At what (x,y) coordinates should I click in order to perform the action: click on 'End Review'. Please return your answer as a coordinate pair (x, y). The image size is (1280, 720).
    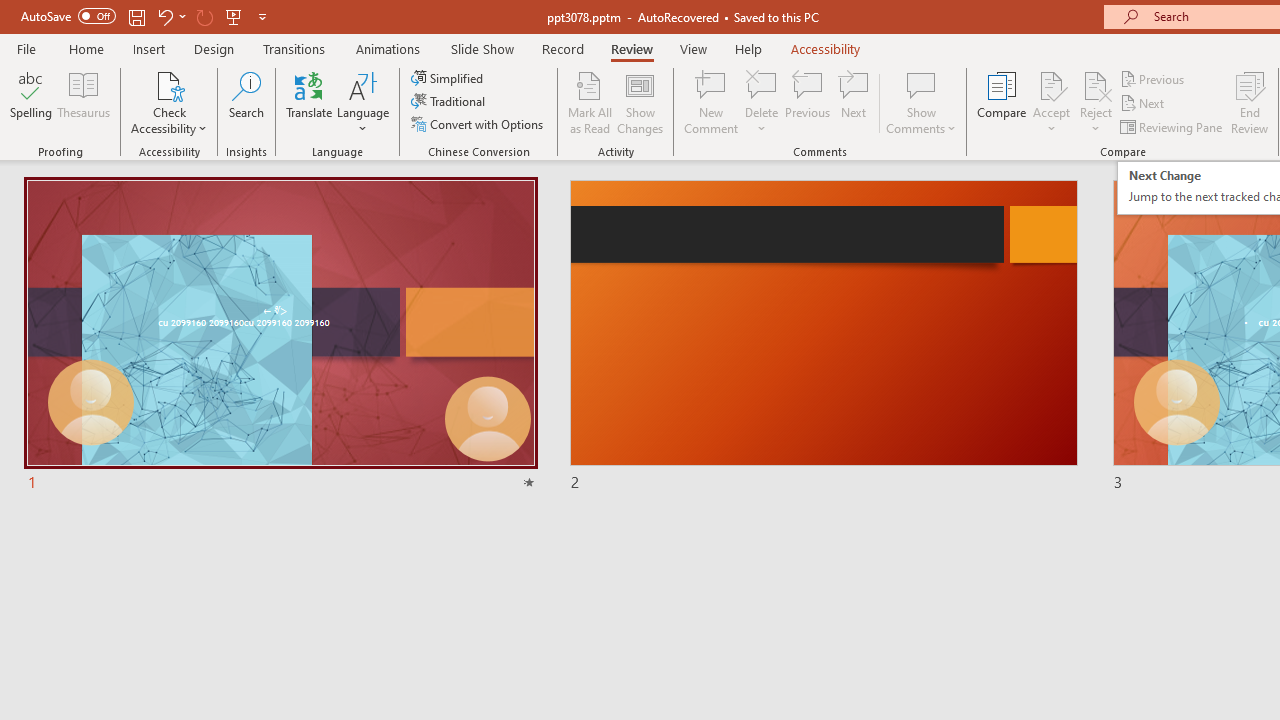
    Looking at the image, I should click on (1248, 103).